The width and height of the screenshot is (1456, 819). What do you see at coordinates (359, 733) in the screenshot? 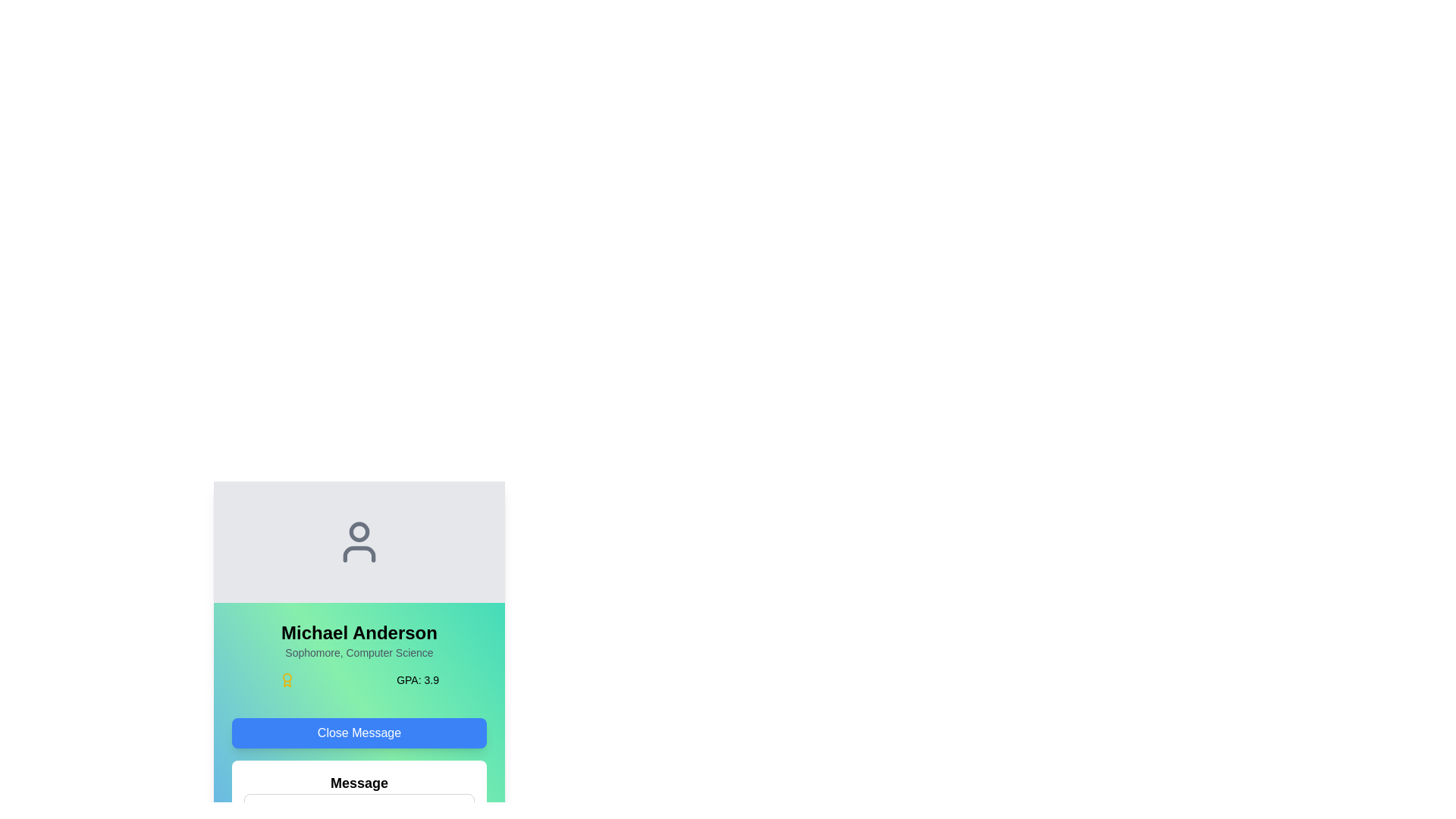
I see `the close button located centrally above the message panel` at bounding box center [359, 733].